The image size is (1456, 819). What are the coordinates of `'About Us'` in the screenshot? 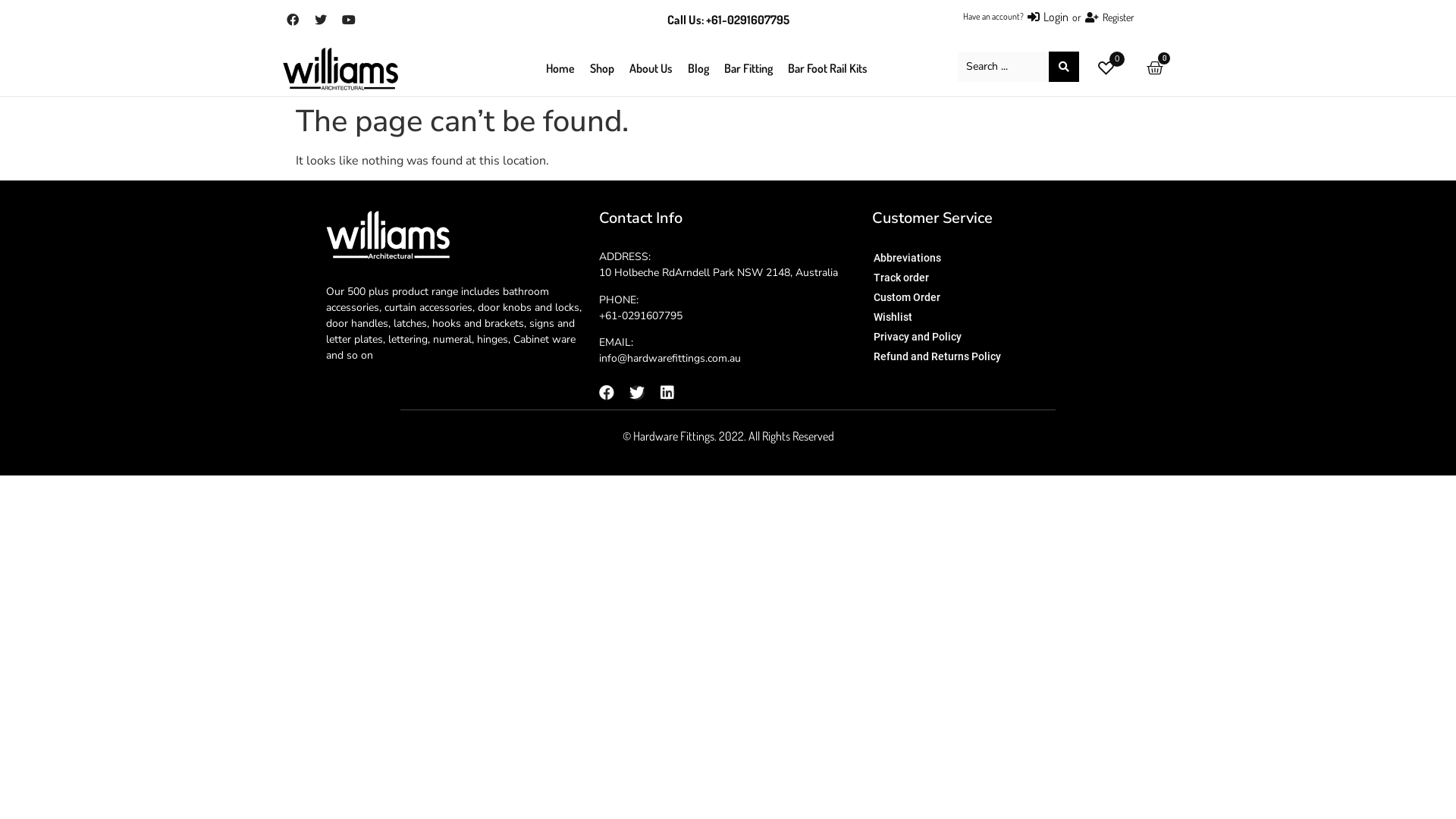 It's located at (651, 66).